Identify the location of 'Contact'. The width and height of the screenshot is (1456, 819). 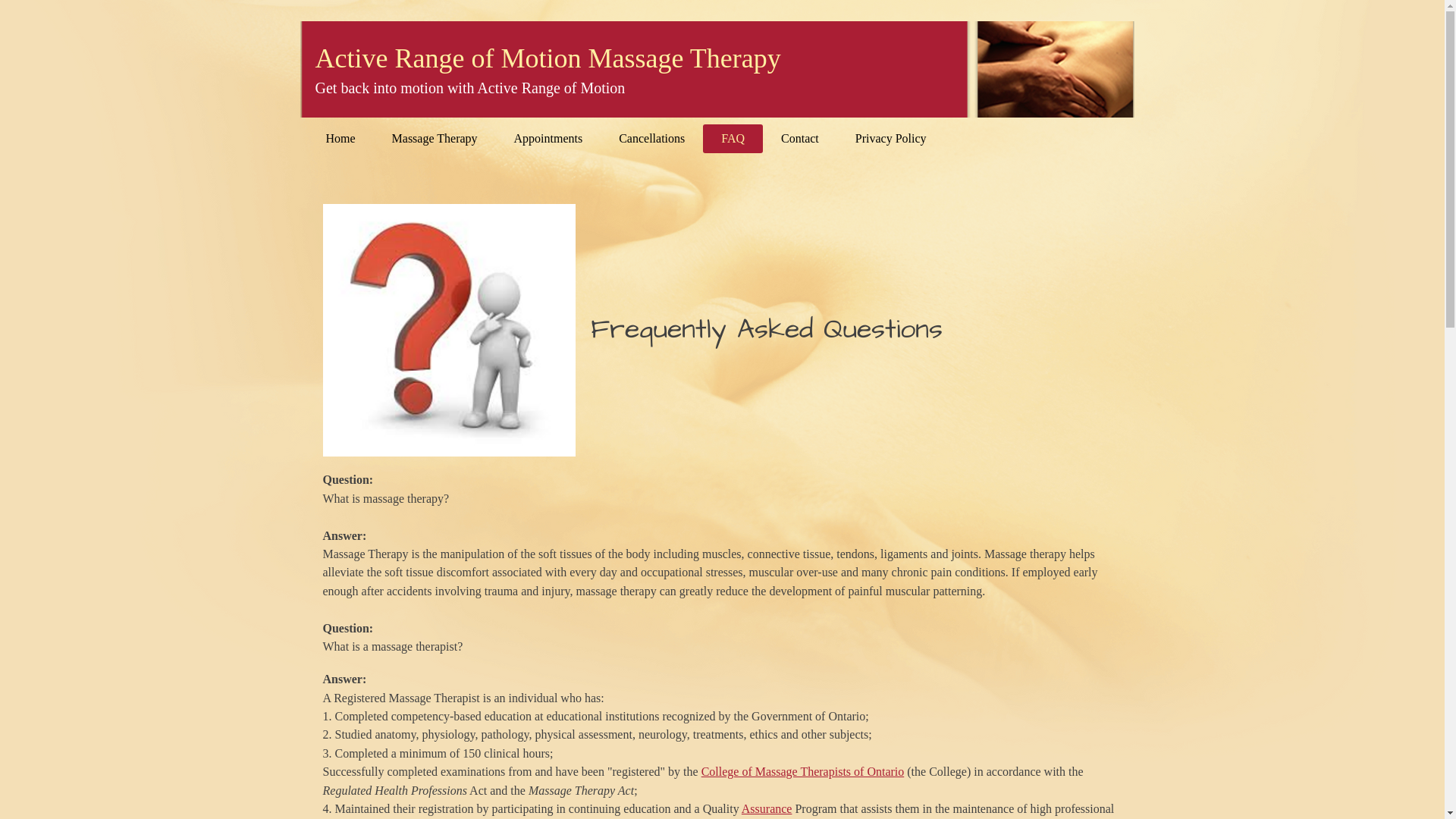
(799, 138).